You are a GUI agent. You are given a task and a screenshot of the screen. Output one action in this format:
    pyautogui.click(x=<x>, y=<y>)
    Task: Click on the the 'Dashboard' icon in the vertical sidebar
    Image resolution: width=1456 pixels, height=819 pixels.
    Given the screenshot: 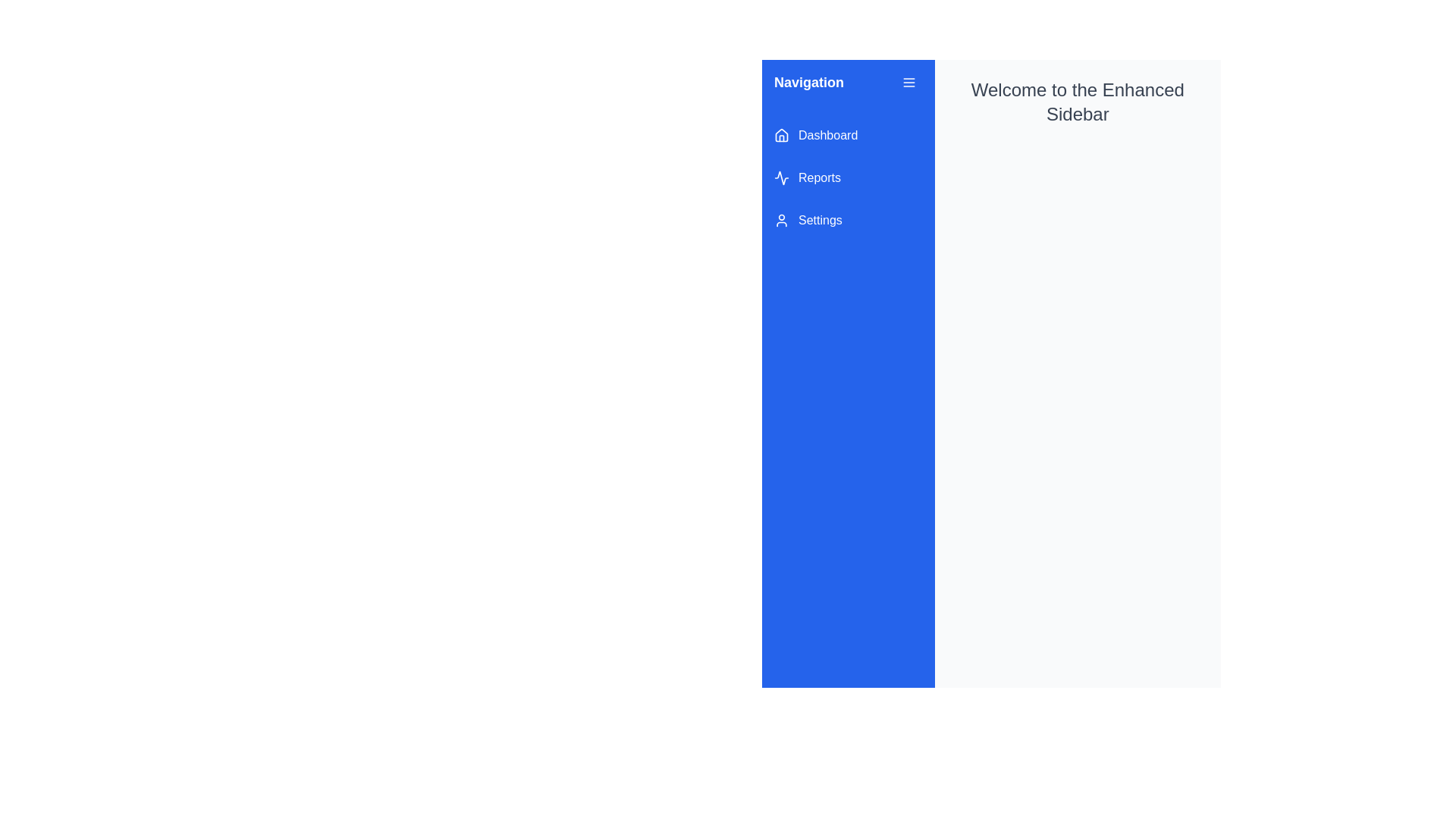 What is the action you would take?
    pyautogui.click(x=782, y=134)
    